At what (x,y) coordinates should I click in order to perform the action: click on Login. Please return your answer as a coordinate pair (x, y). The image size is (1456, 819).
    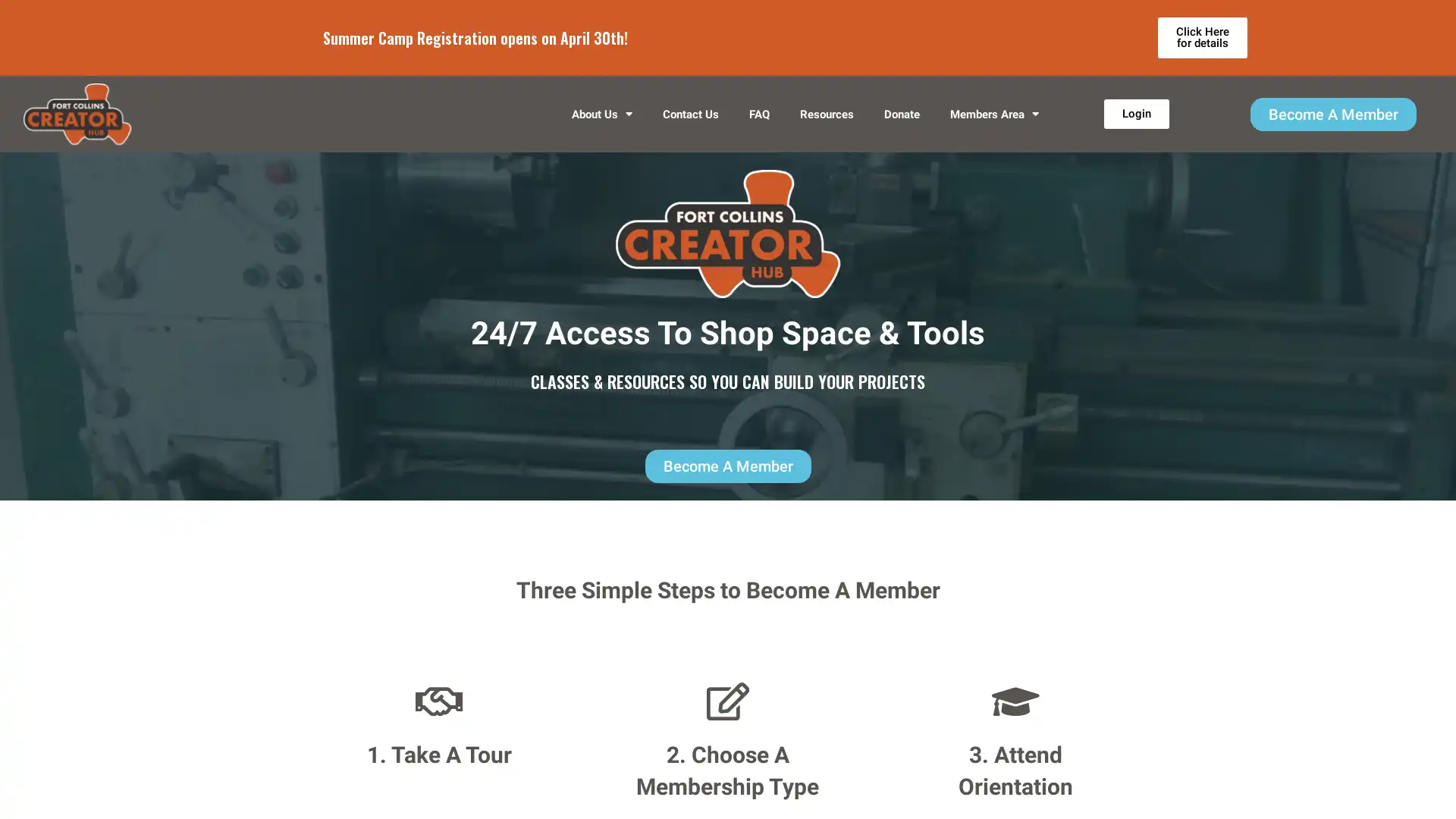
    Looking at the image, I should click on (1135, 113).